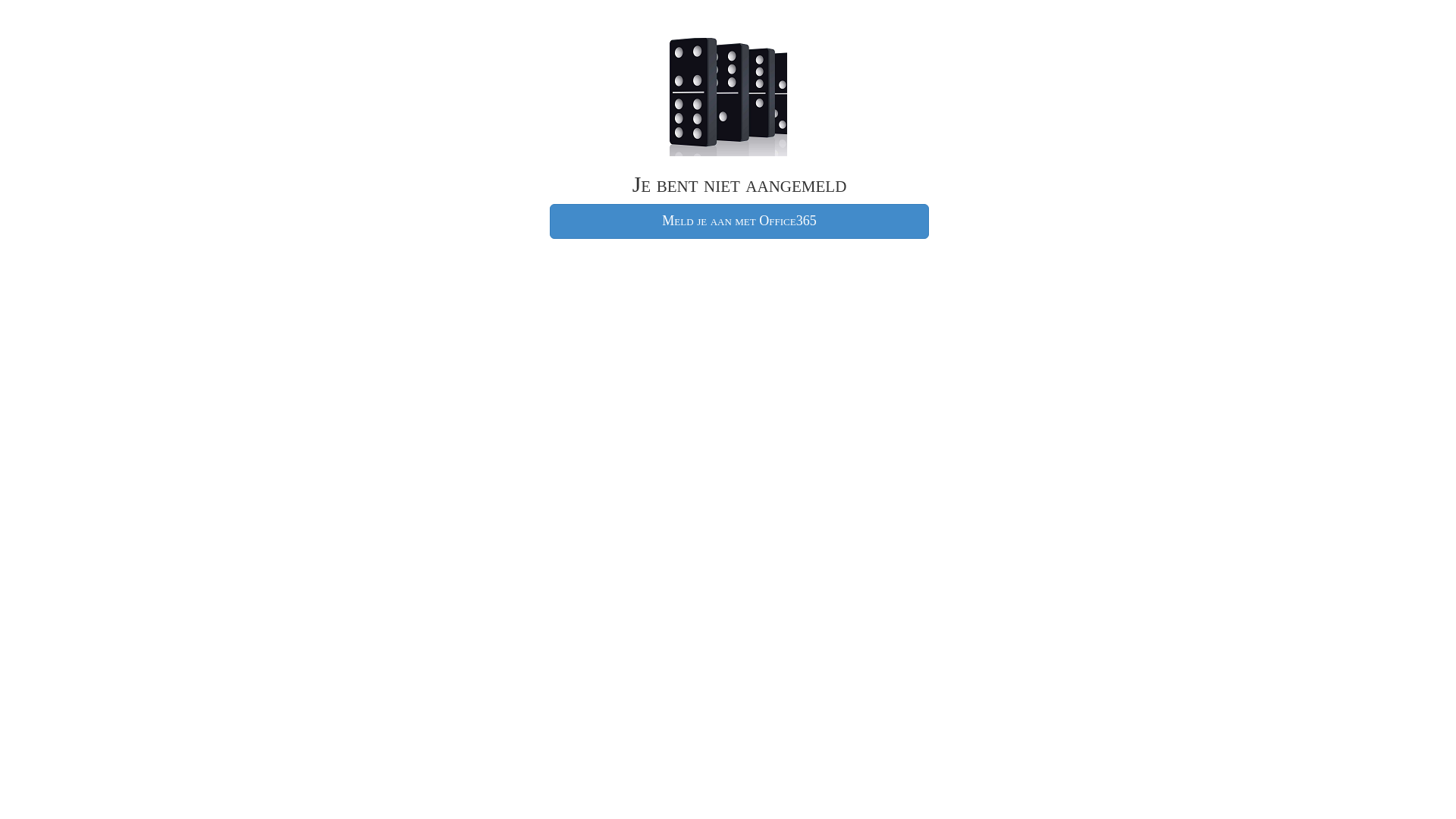 This screenshot has width=1456, height=819. What do you see at coordinates (739, 221) in the screenshot?
I see `'Meld je aan met Office365'` at bounding box center [739, 221].